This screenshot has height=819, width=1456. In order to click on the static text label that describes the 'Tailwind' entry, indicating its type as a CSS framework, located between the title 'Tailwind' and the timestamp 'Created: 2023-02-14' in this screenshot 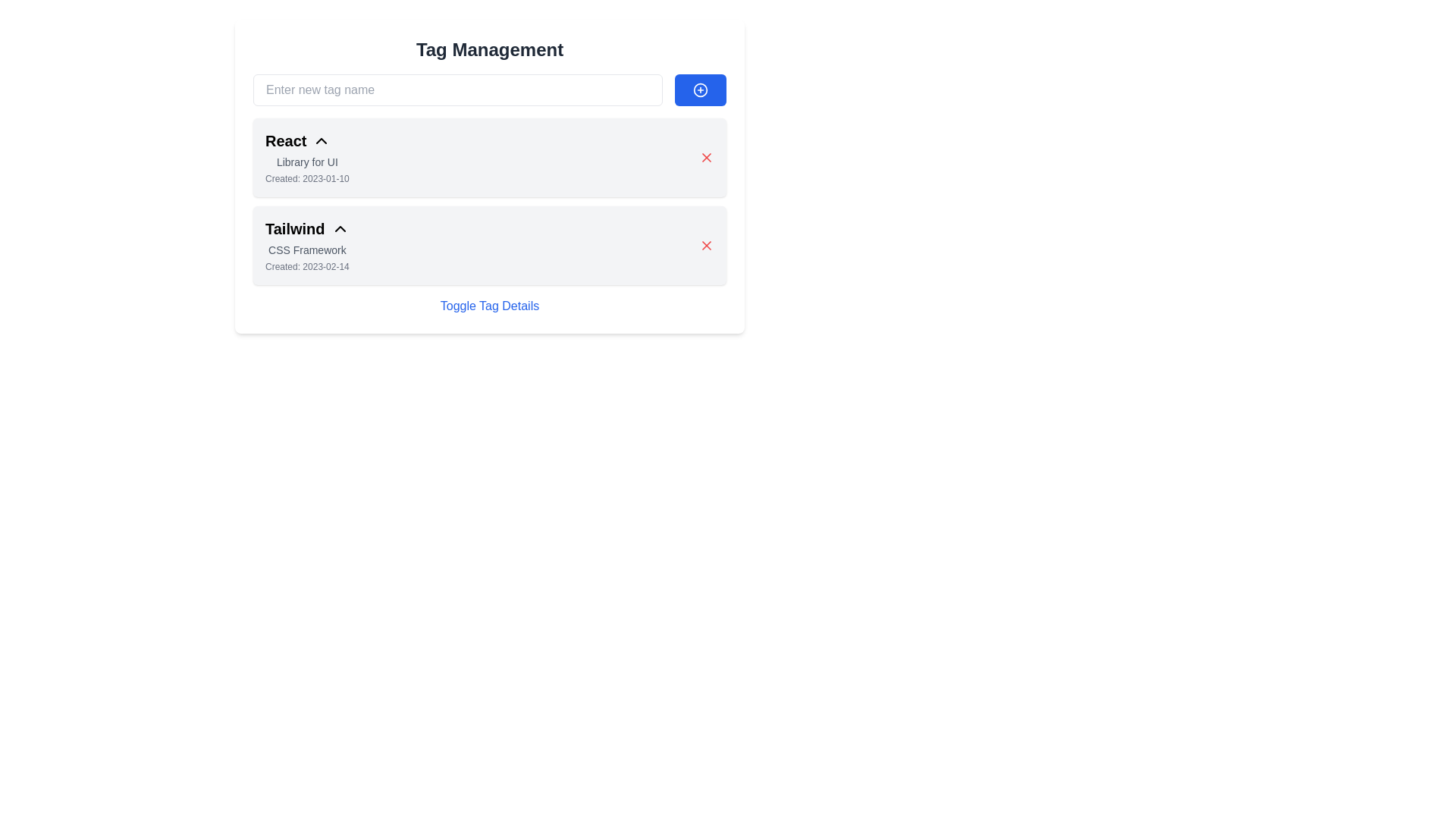, I will do `click(306, 249)`.